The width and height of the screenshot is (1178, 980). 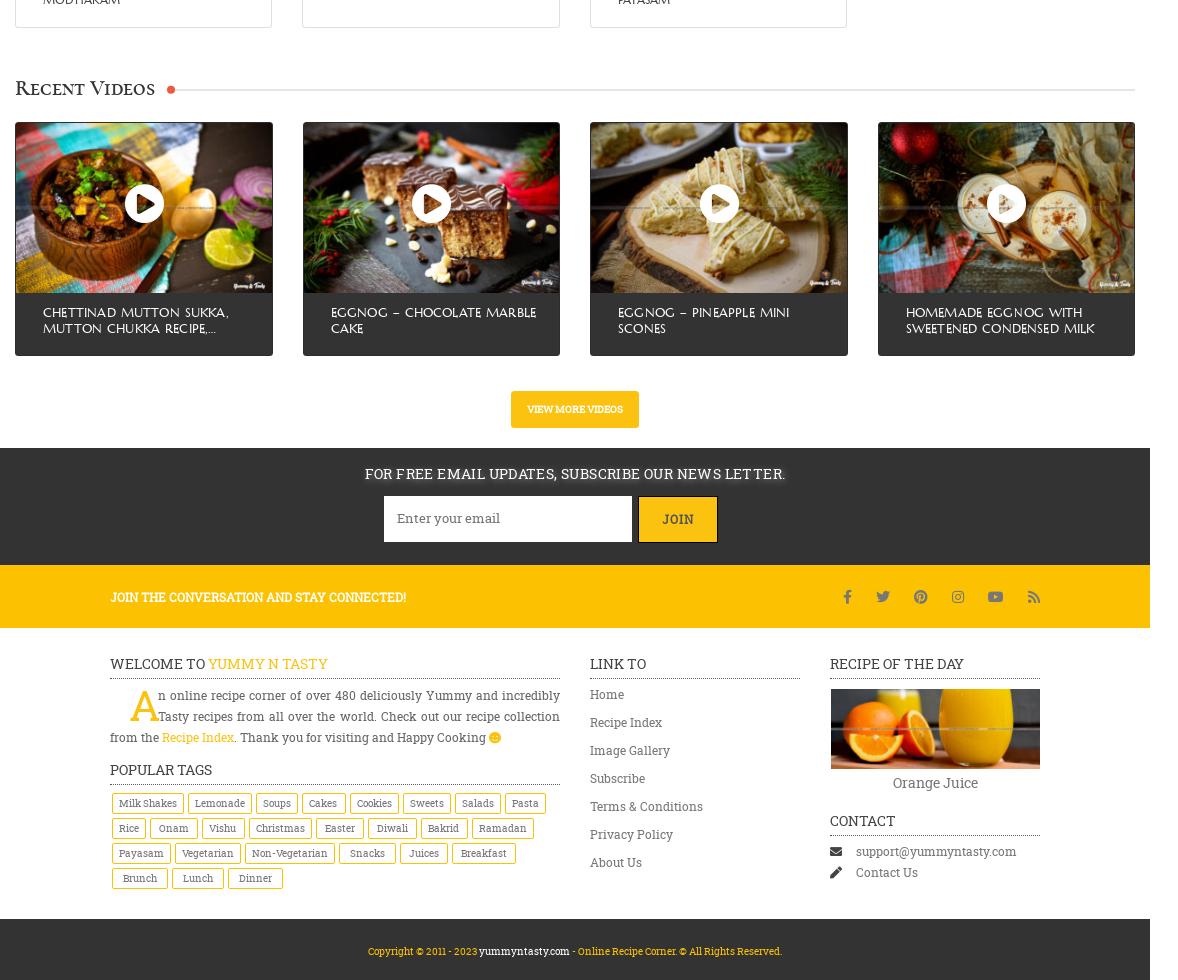 I want to click on '- Online Recipe Corner. © All Rights Reserved.', so click(x=675, y=950).